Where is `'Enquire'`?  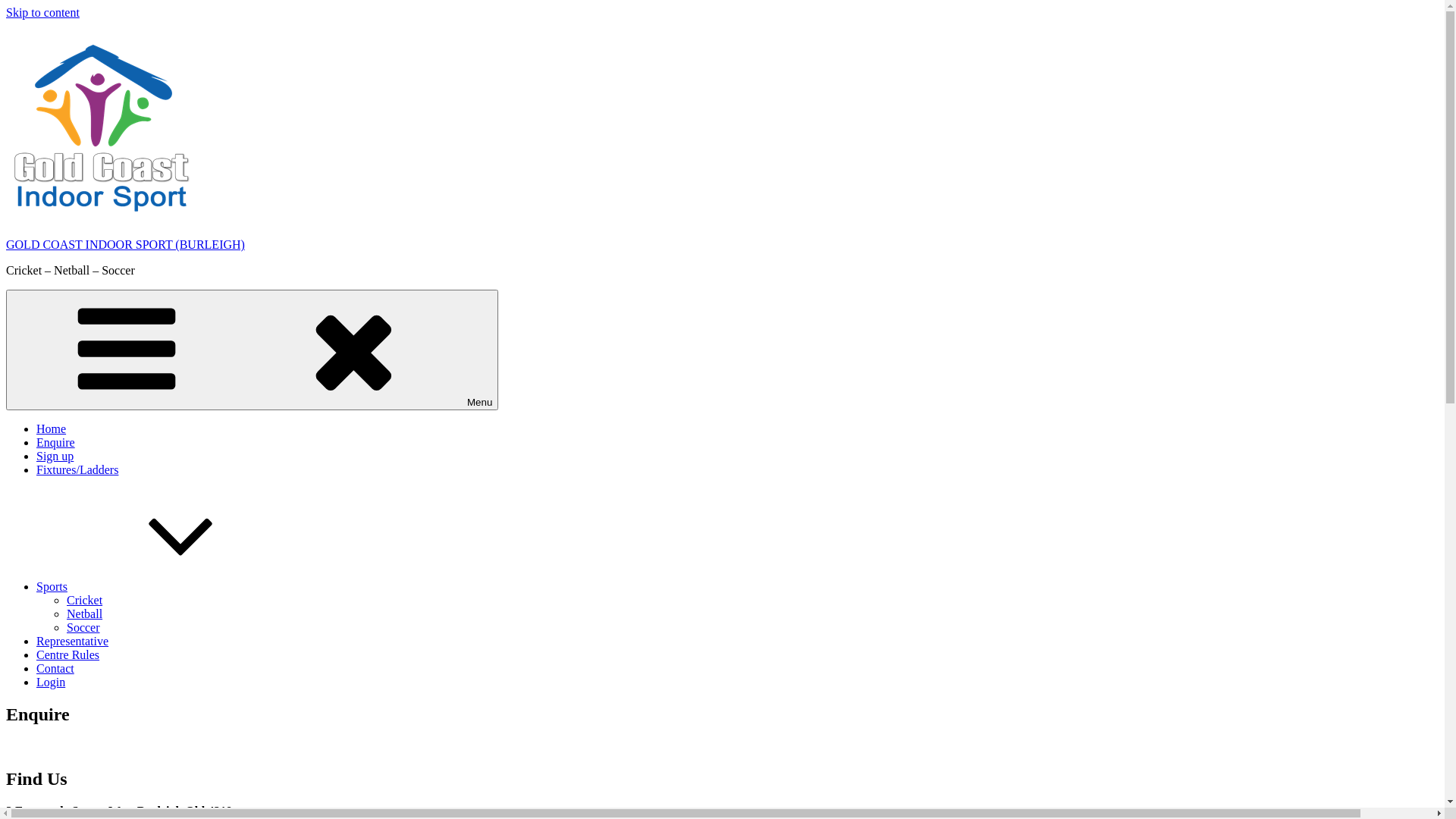 'Enquire' is located at coordinates (55, 442).